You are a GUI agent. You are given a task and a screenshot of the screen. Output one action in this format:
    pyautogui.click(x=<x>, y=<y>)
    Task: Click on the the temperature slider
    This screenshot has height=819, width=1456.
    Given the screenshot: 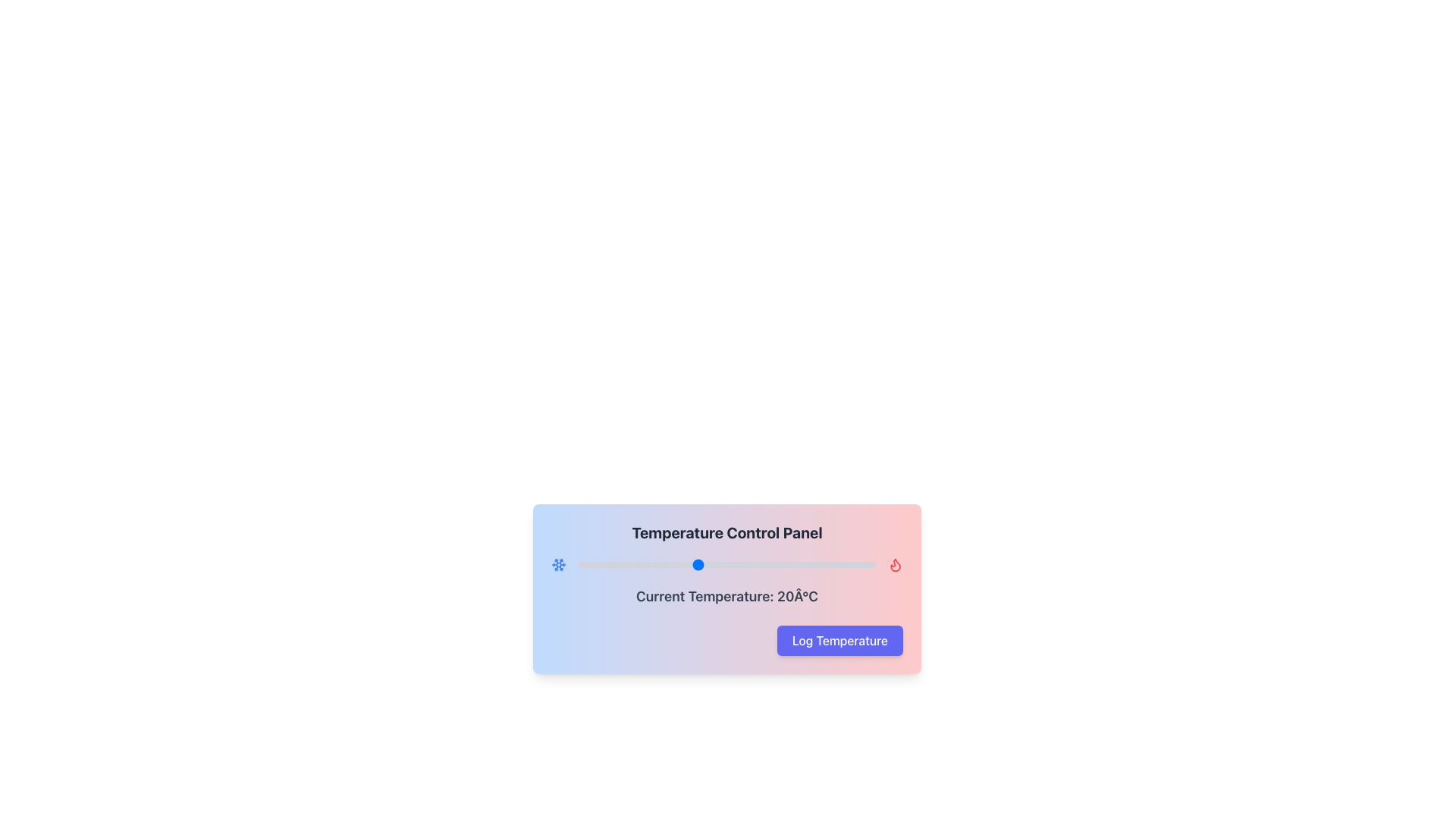 What is the action you would take?
    pyautogui.click(x=650, y=564)
    